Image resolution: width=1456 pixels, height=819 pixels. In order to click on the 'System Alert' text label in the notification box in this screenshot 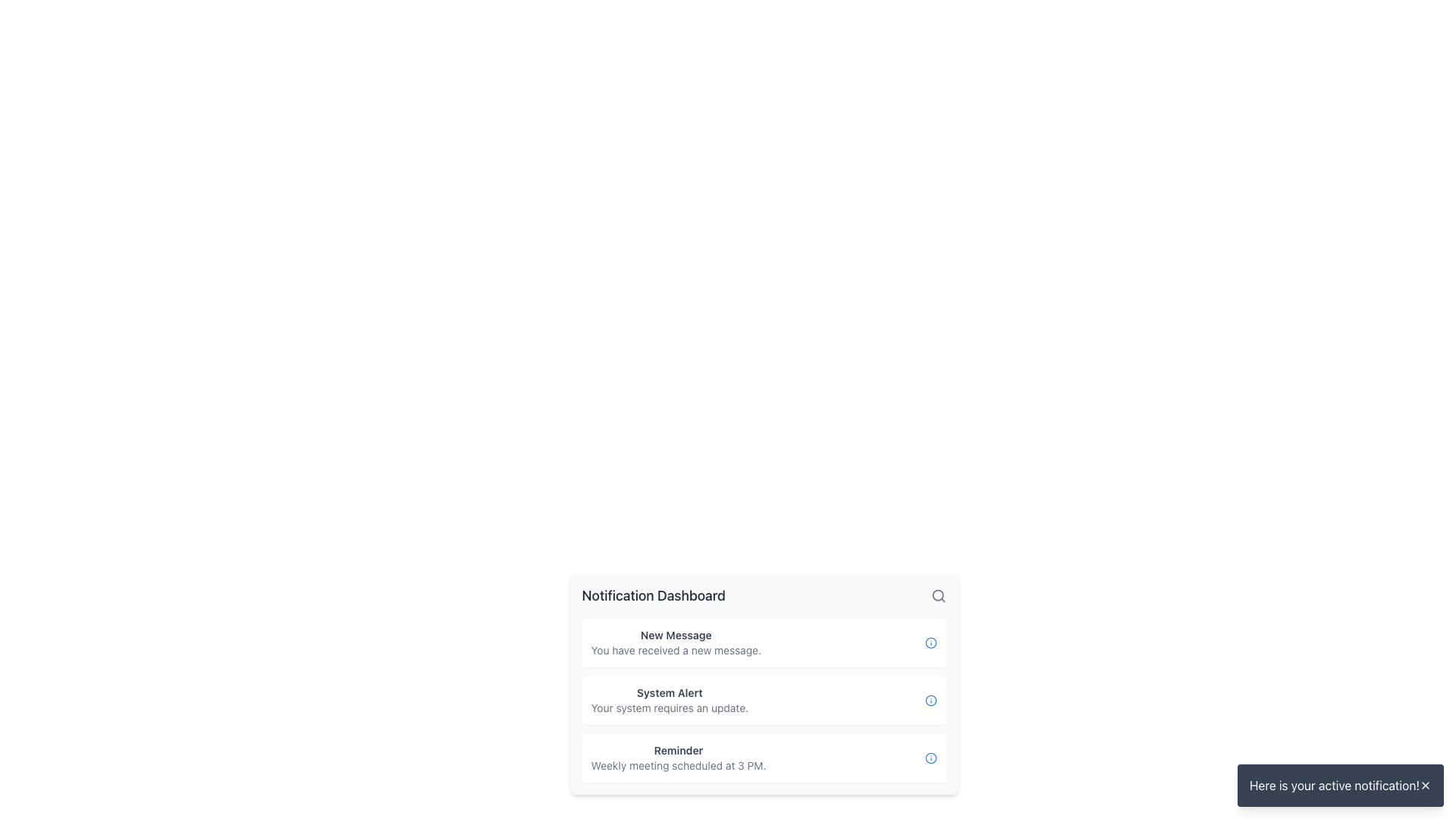, I will do `click(669, 693)`.